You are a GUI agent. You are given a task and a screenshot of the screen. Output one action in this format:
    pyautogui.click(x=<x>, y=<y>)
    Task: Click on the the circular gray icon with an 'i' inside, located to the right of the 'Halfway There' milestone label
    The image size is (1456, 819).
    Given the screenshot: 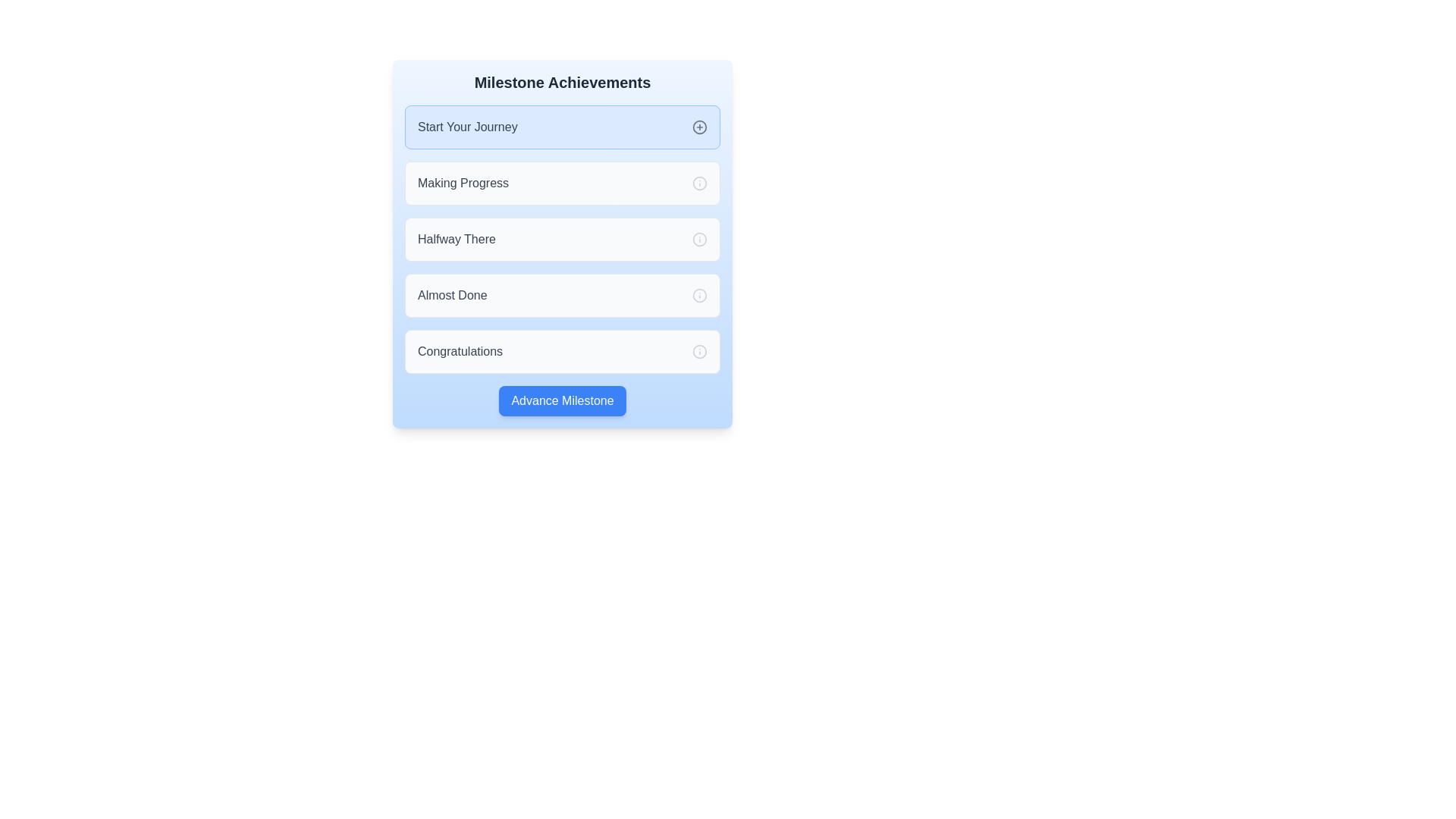 What is the action you would take?
    pyautogui.click(x=698, y=239)
    